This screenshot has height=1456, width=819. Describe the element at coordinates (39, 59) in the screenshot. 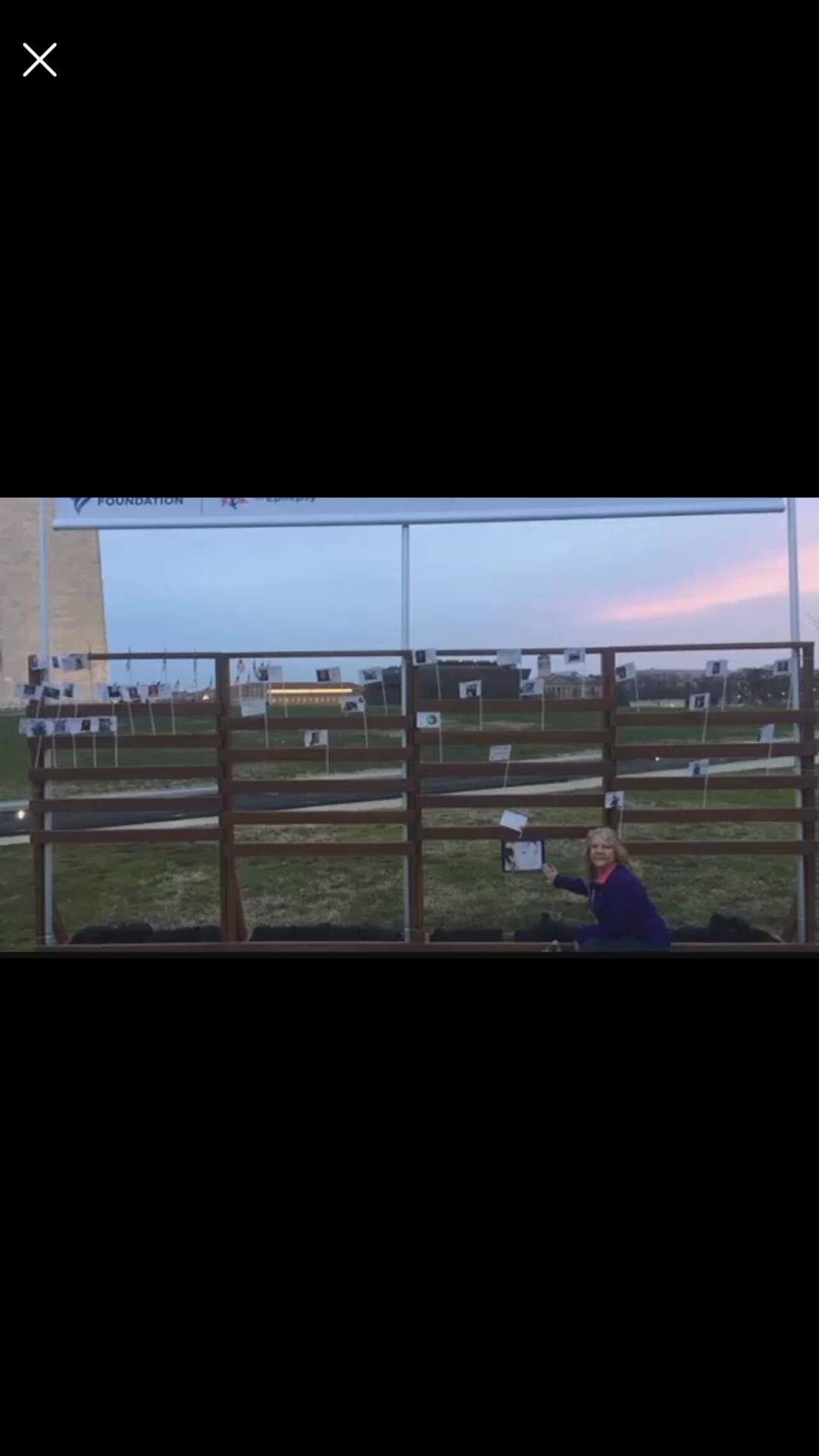

I see `close` at that location.